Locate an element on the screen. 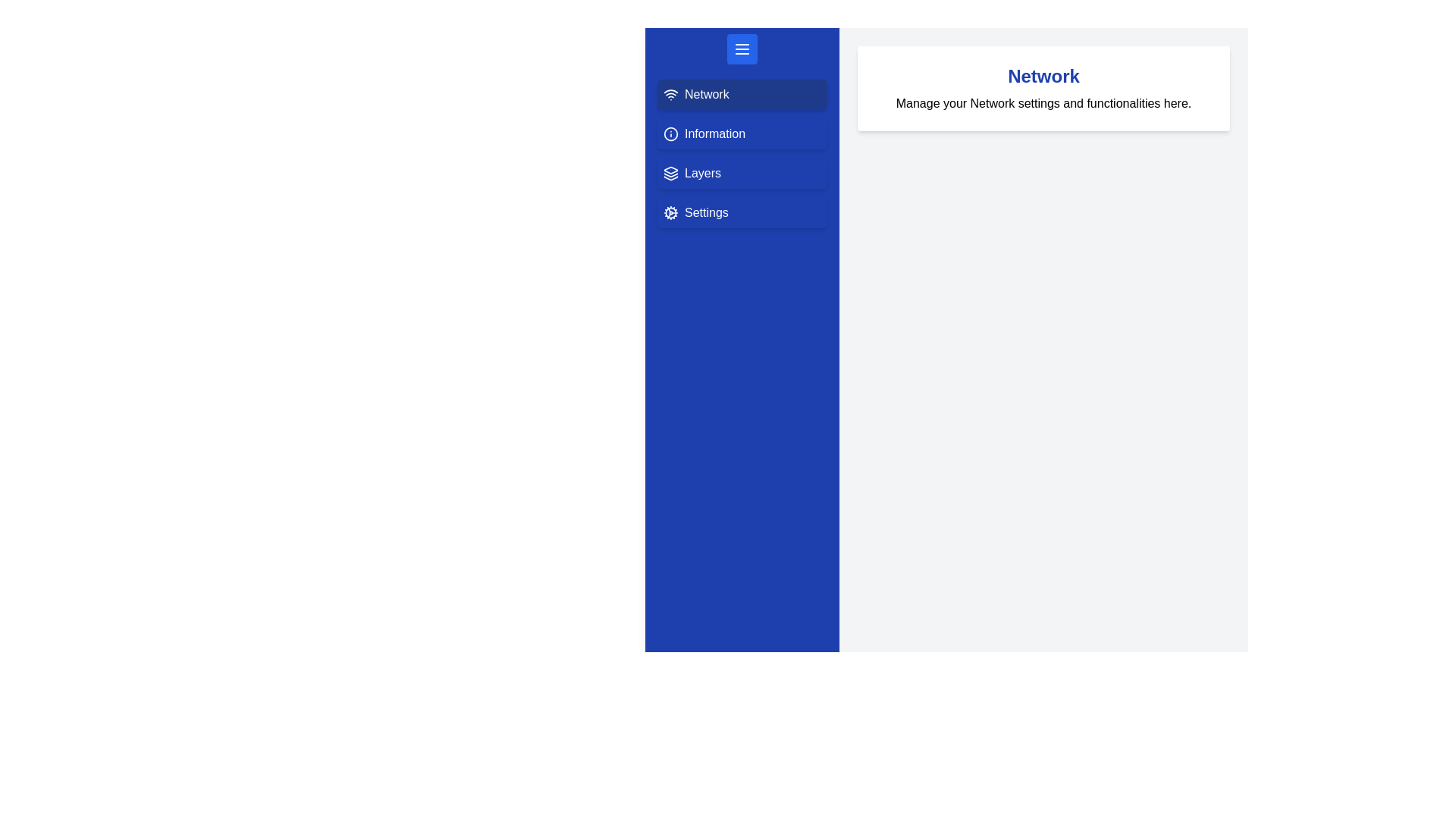 The image size is (1456, 819). the menu option Layers from the drawer is located at coordinates (742, 172).